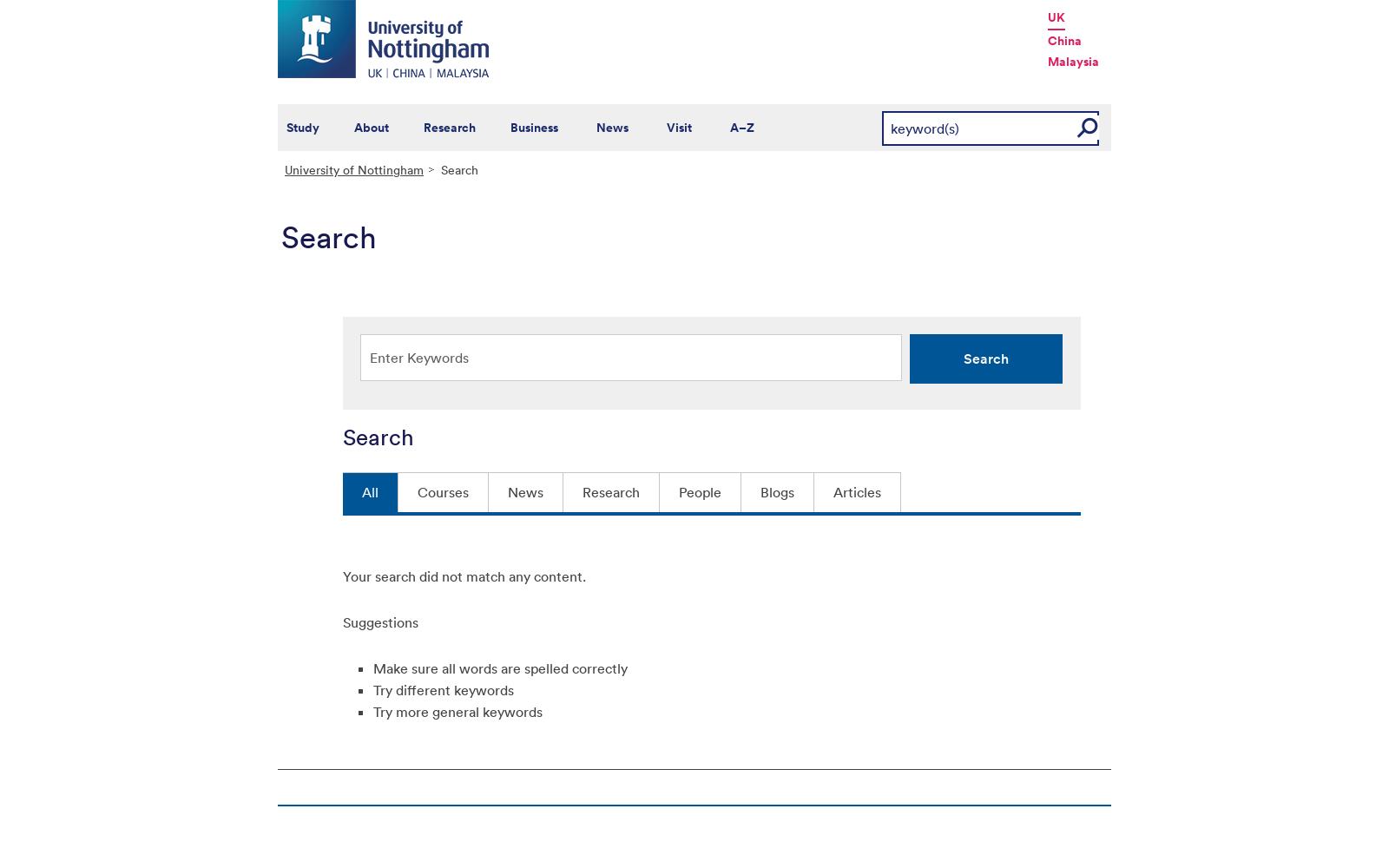 Image resolution: width=1389 pixels, height=868 pixels. Describe the element at coordinates (286, 128) in the screenshot. I see `'Study'` at that location.